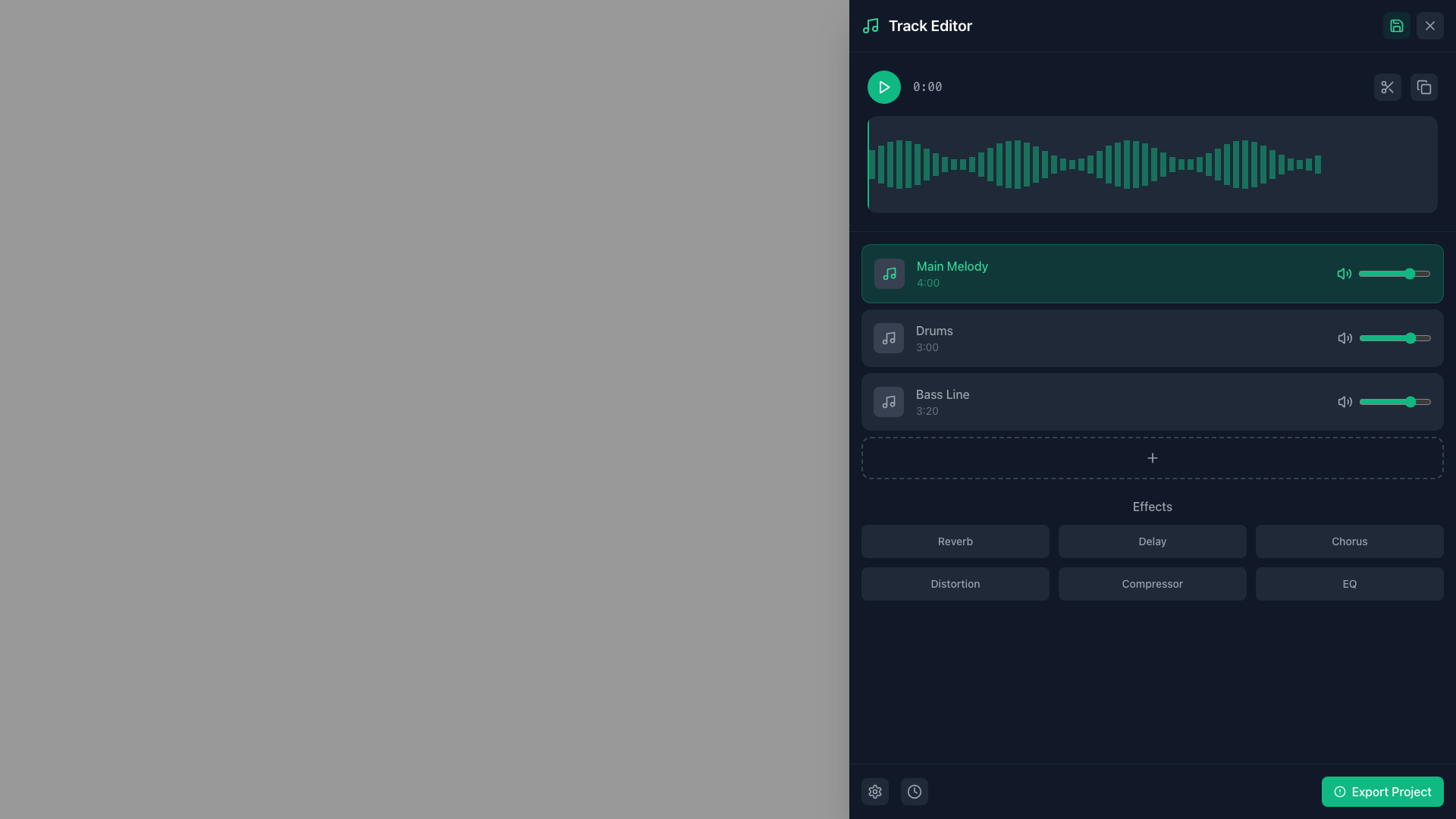 The width and height of the screenshot is (1456, 819). What do you see at coordinates (1379, 400) in the screenshot?
I see `the slider value` at bounding box center [1379, 400].